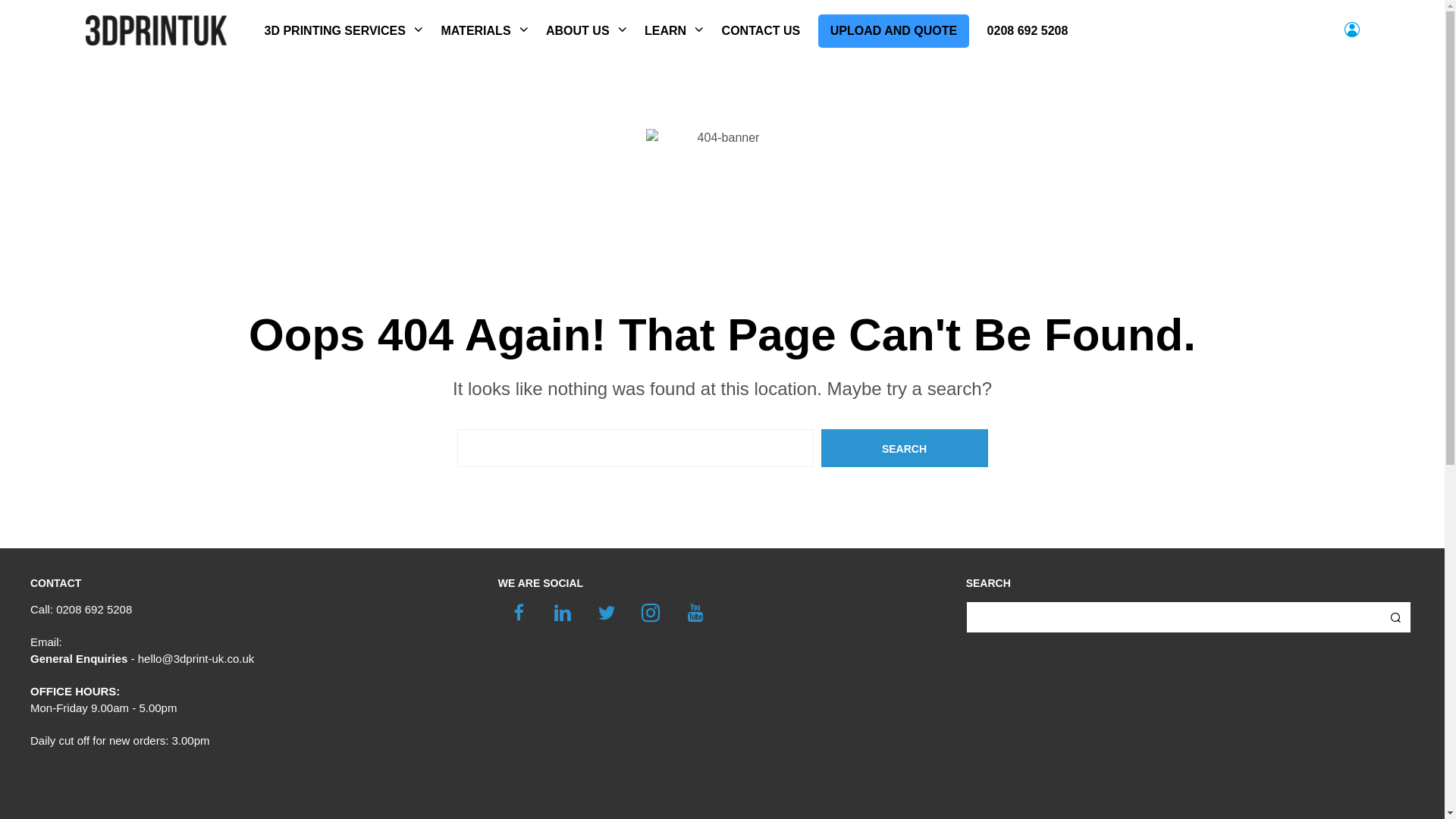 The width and height of the screenshot is (1456, 819). Describe the element at coordinates (817, 31) in the screenshot. I see `'UPLOAD AND QUOTE'` at that location.